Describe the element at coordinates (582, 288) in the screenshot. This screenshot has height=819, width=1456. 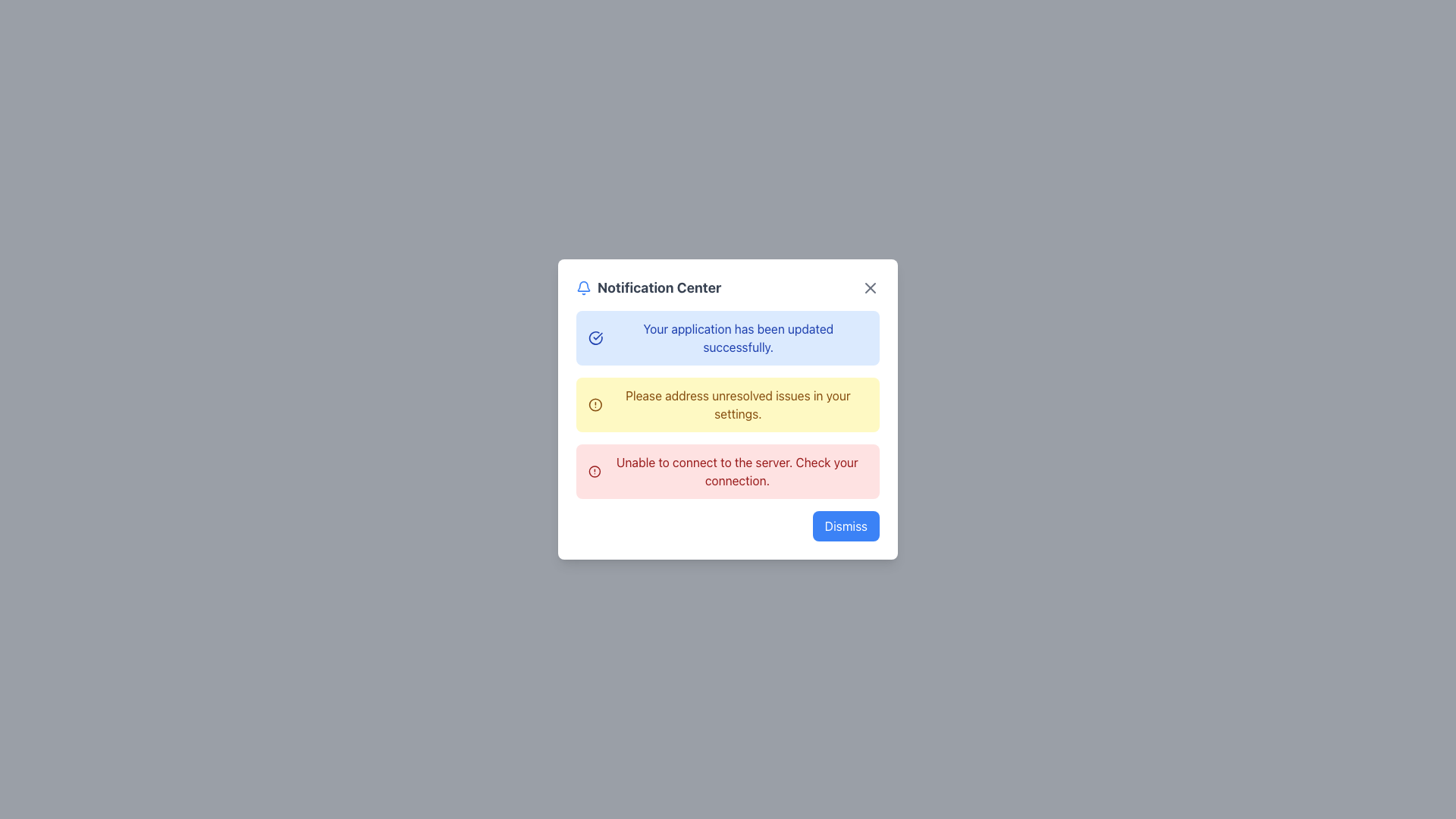
I see `the blue bell icon in the Notification Center` at that location.